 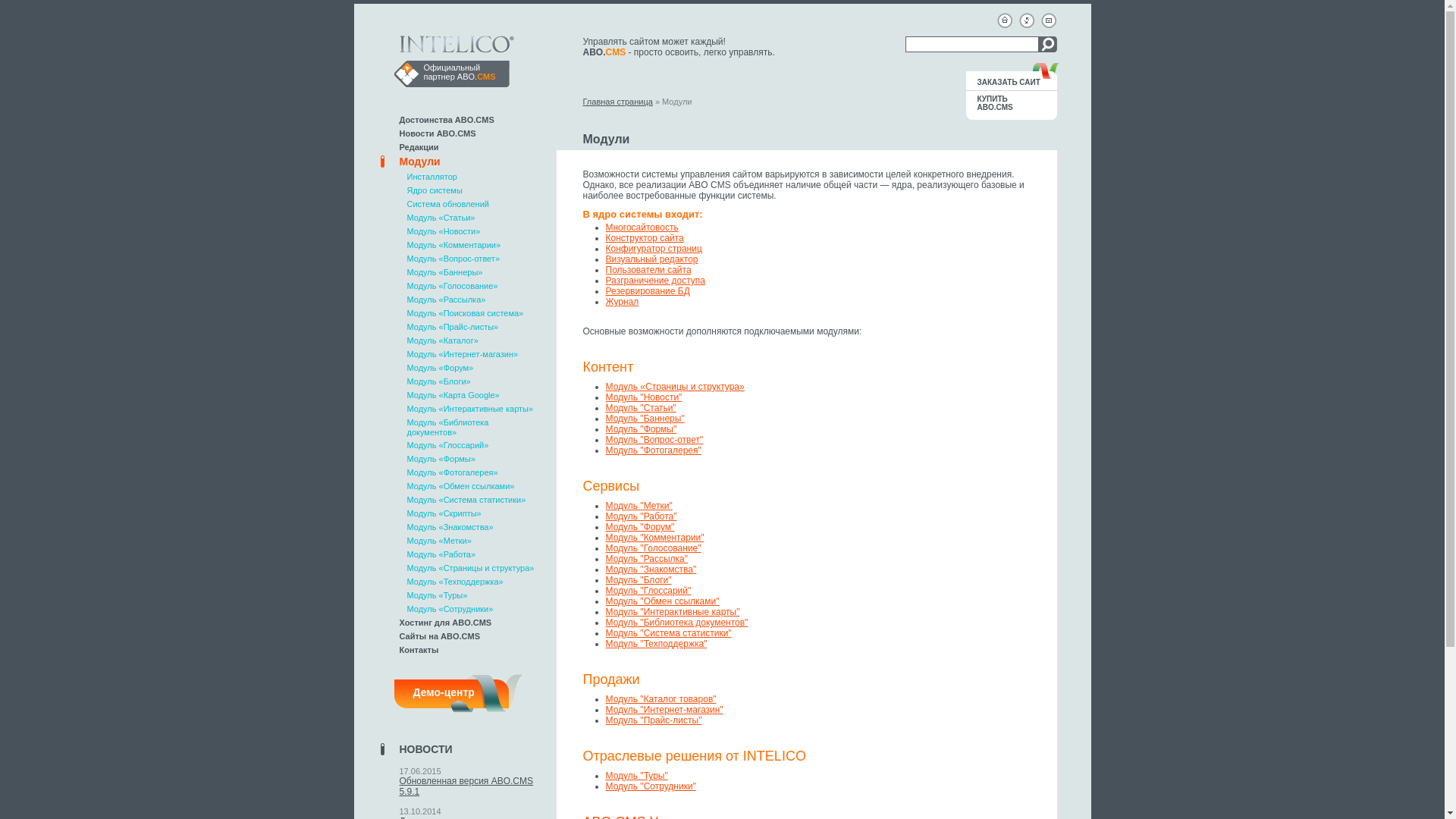 I want to click on 'ABO.CMS', so click(x=475, y=76).